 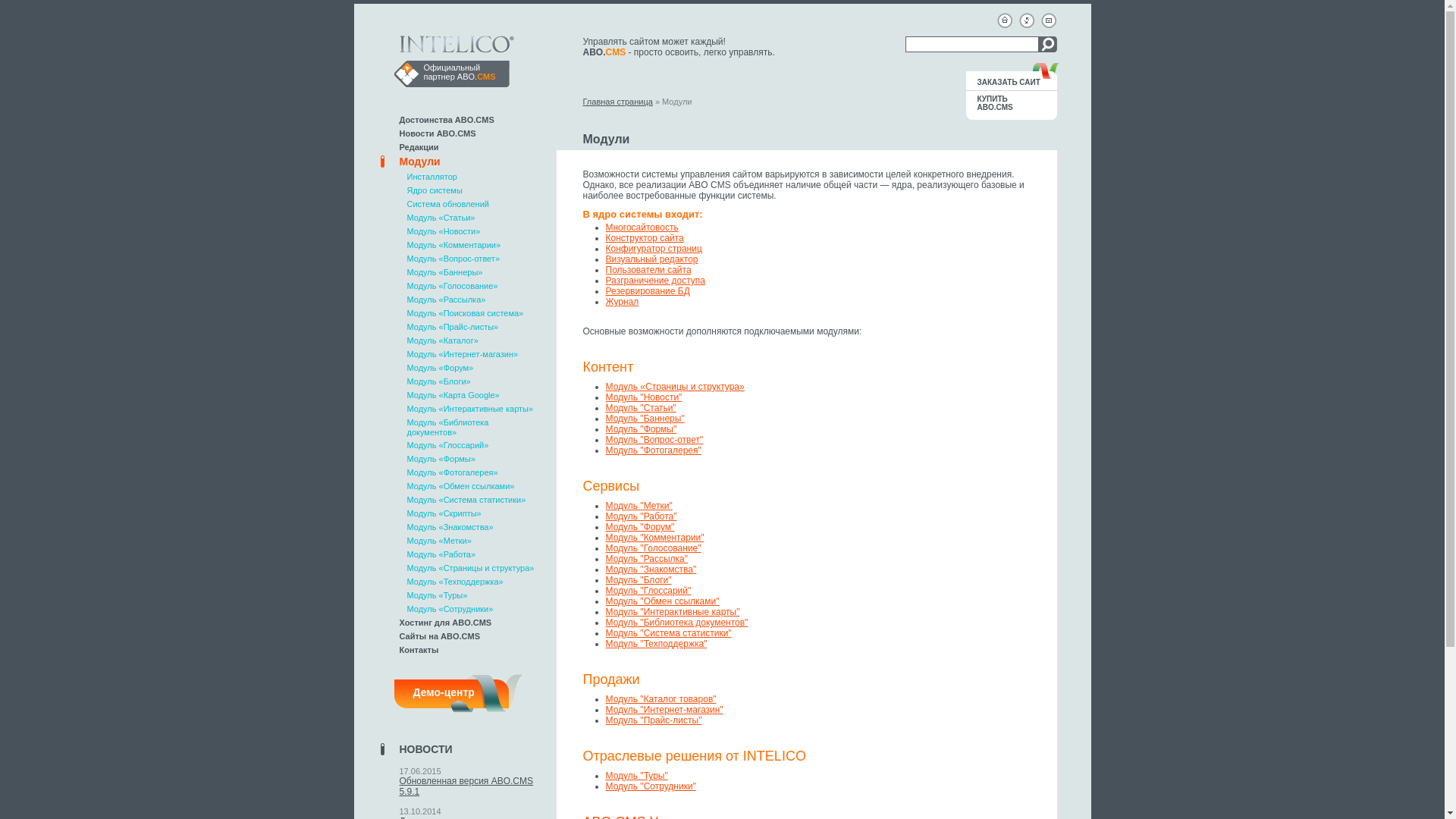 I want to click on 'ABO.CMS', so click(x=475, y=76).